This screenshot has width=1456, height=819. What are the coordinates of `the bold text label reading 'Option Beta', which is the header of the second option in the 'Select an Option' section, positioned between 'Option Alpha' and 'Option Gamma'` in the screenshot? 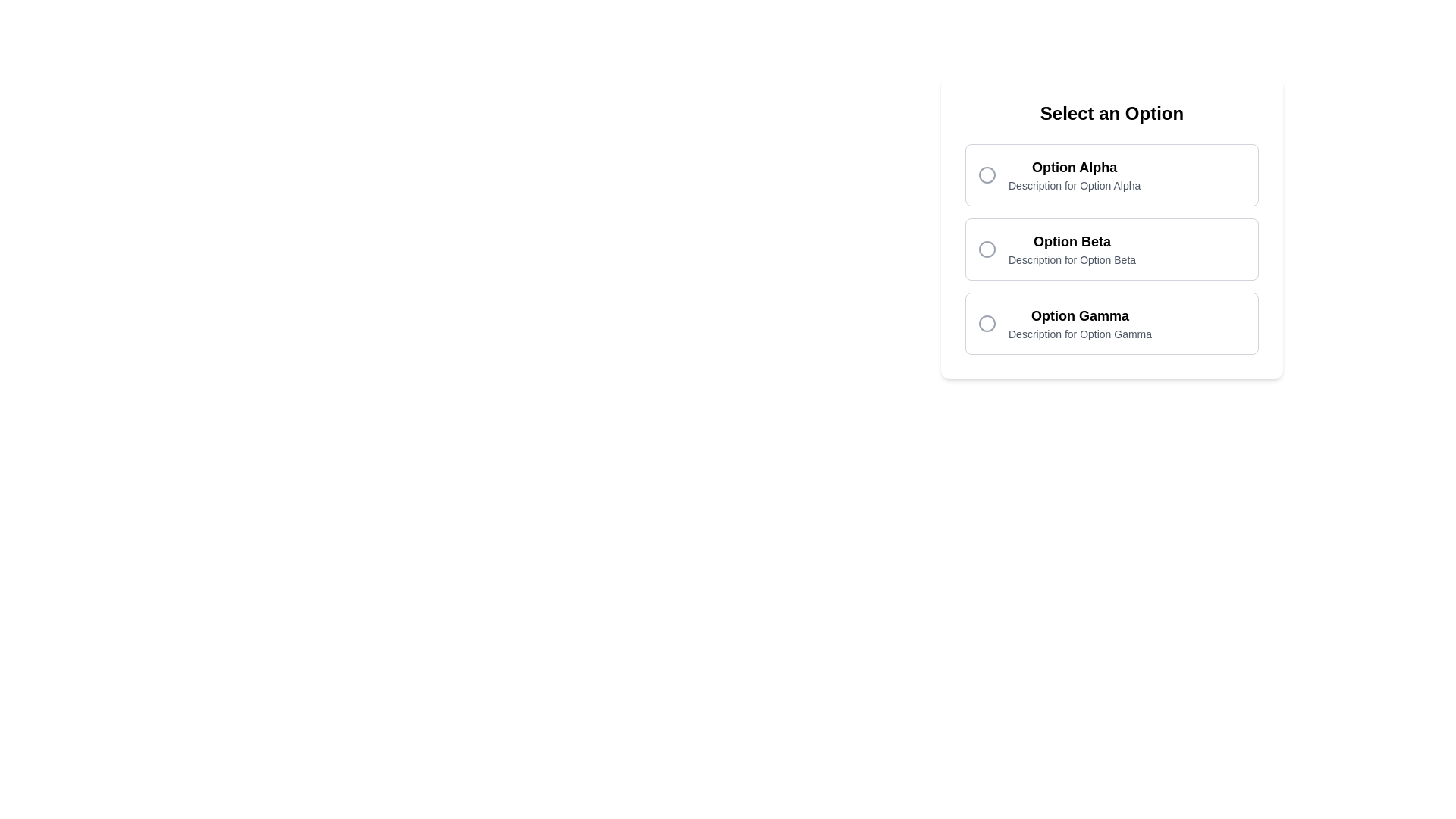 It's located at (1072, 241).